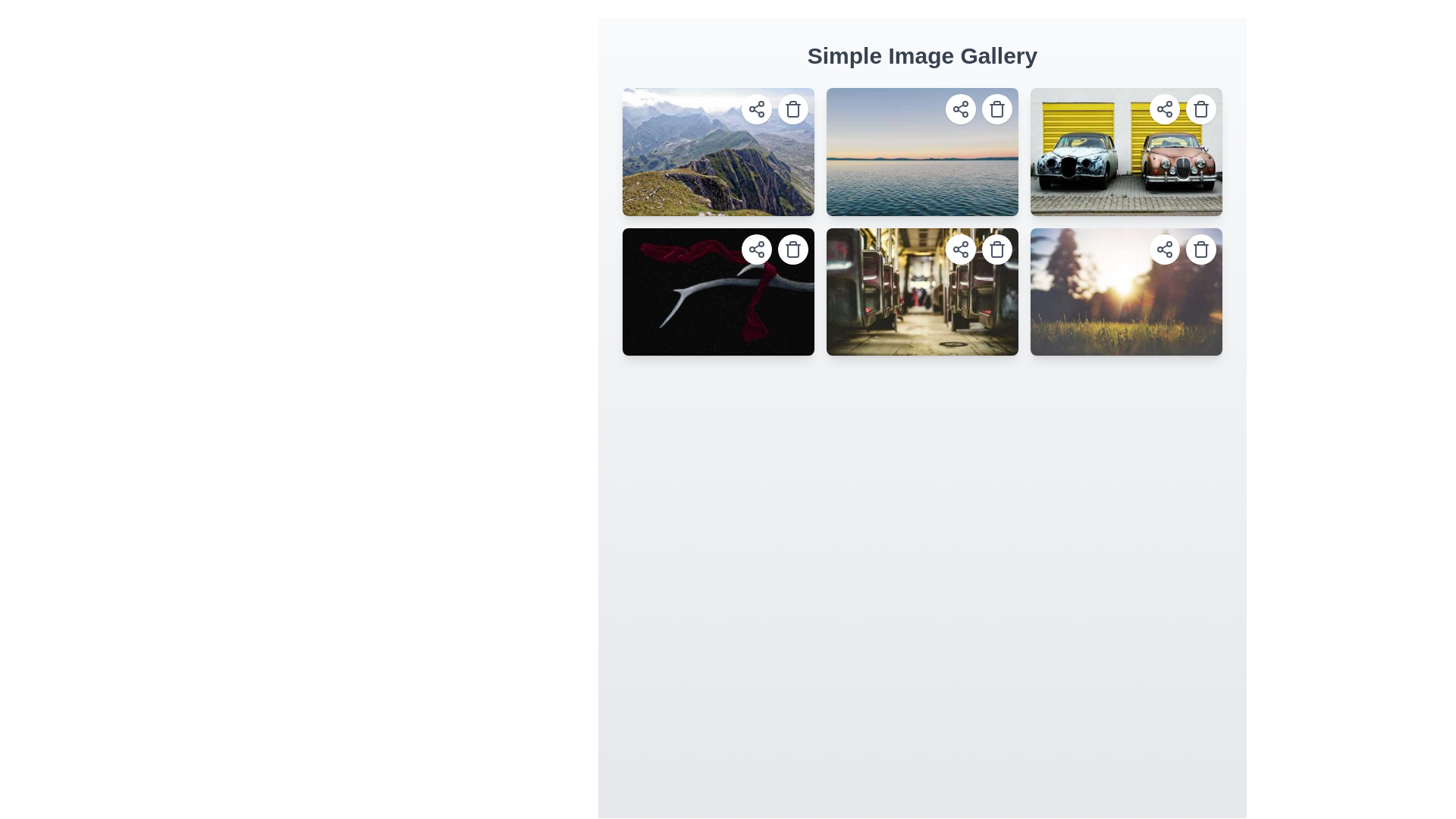  What do you see at coordinates (717, 292) in the screenshot?
I see `to select the image tile with a vivid design showing a red ribbon against a black background, located in the first position of the second row of a 2x3 grid layout` at bounding box center [717, 292].